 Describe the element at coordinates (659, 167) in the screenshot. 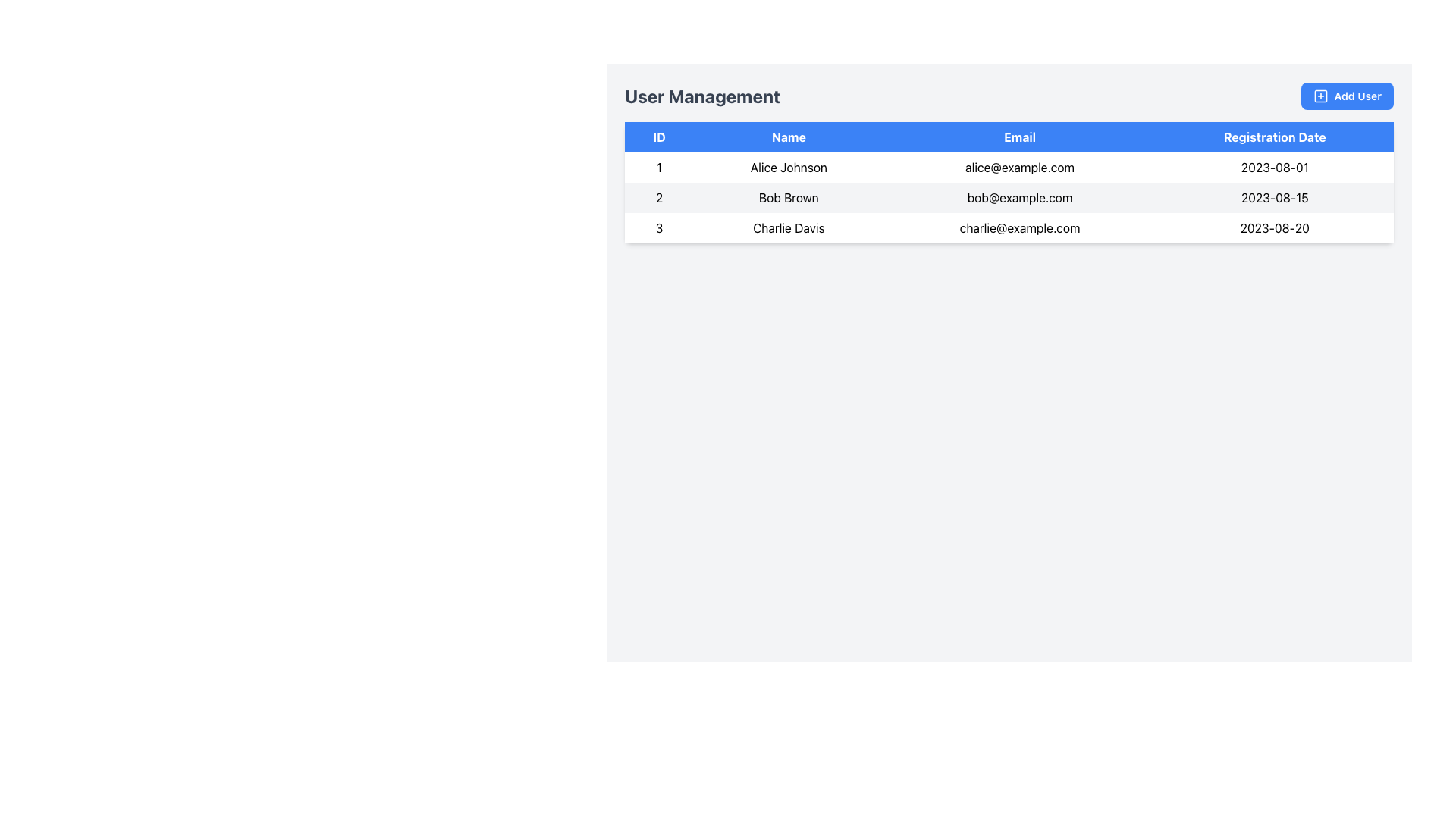

I see `the first table cell, which contains the text '1', styled with a white background and located beneath the 'ID' column header` at that location.